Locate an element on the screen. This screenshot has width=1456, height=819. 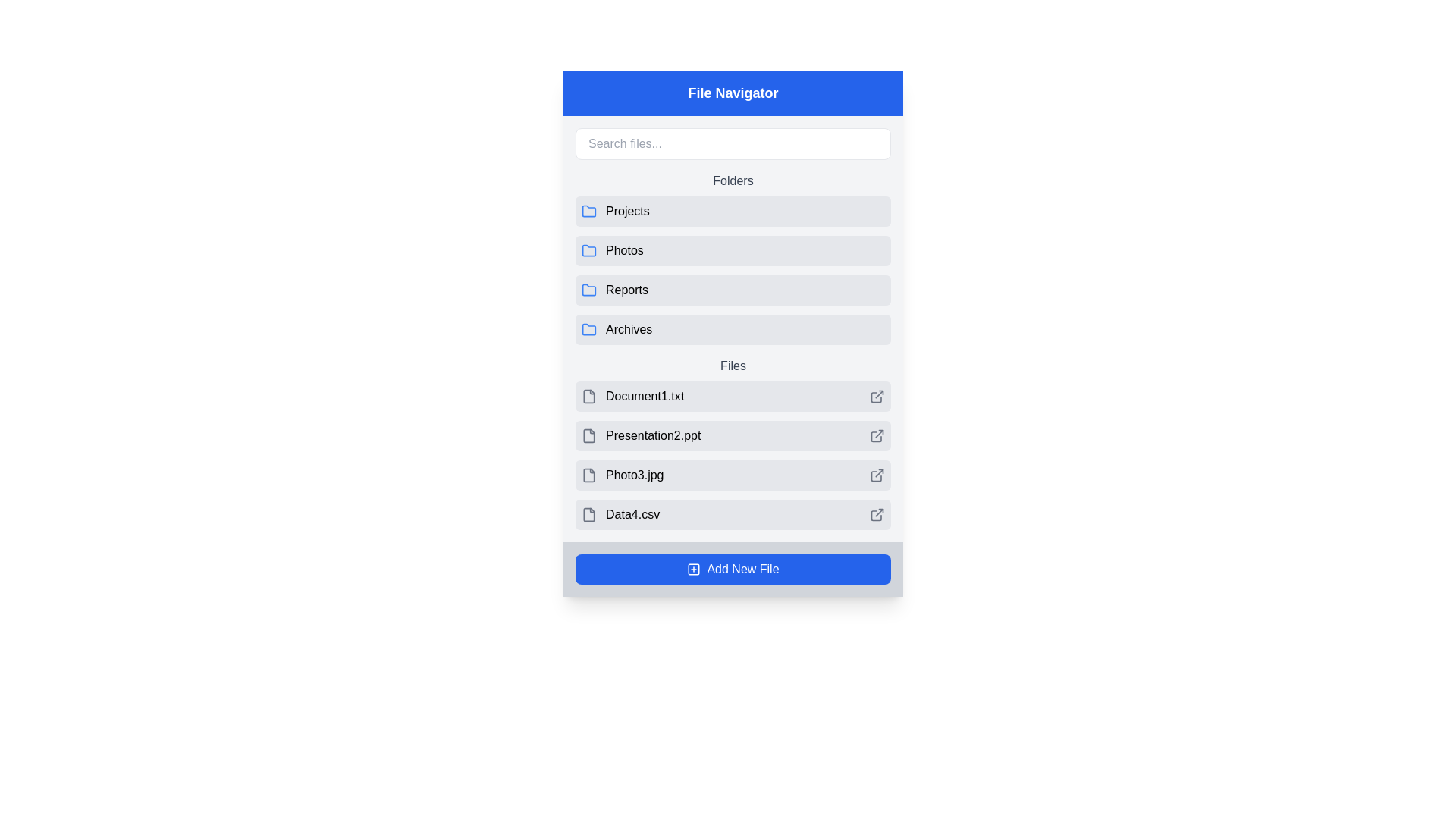
the text label displaying the filename 'Photo3.jpg' in the 'Files' section is located at coordinates (634, 475).